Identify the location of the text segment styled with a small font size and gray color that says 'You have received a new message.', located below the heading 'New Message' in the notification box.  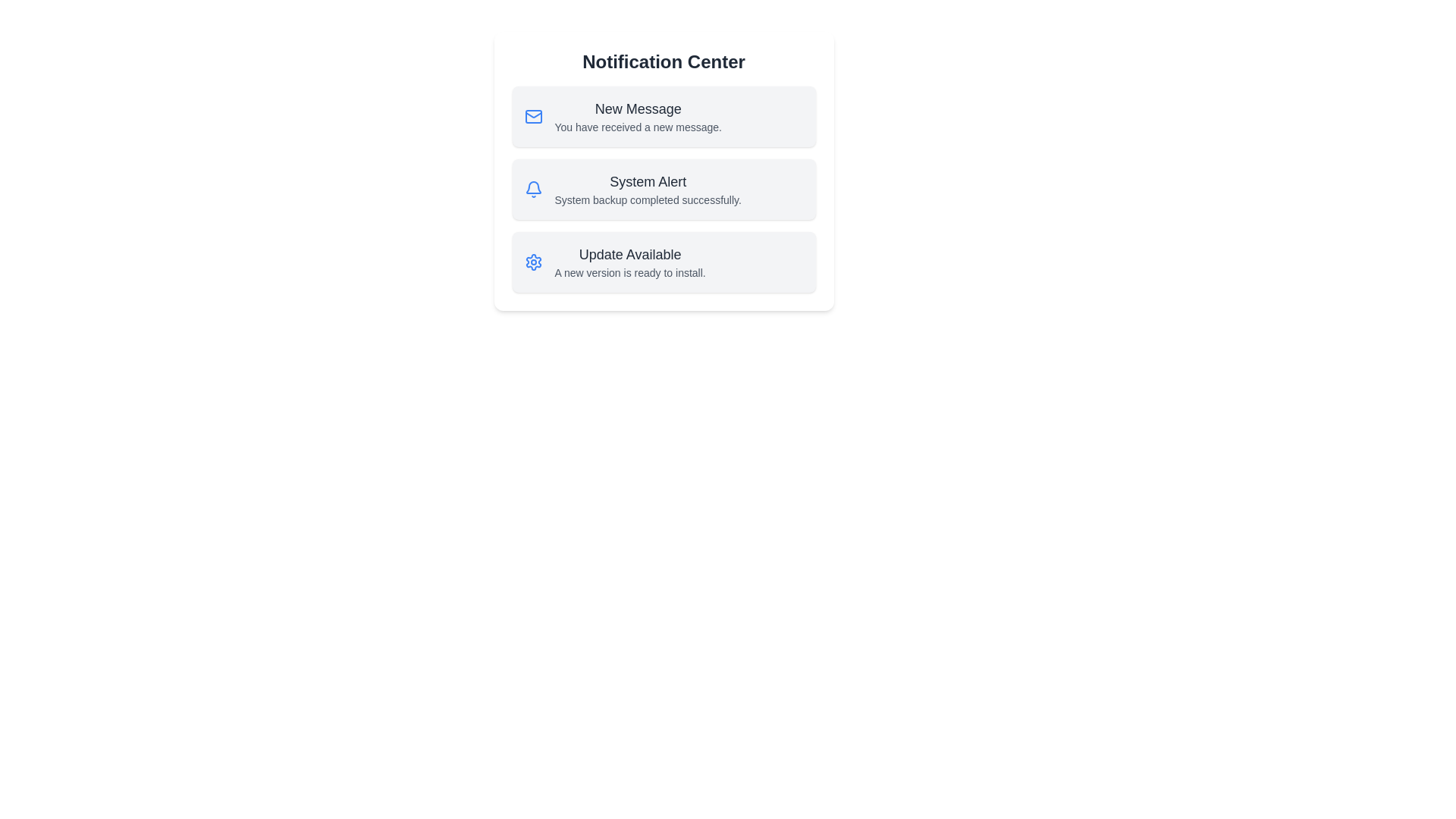
(638, 127).